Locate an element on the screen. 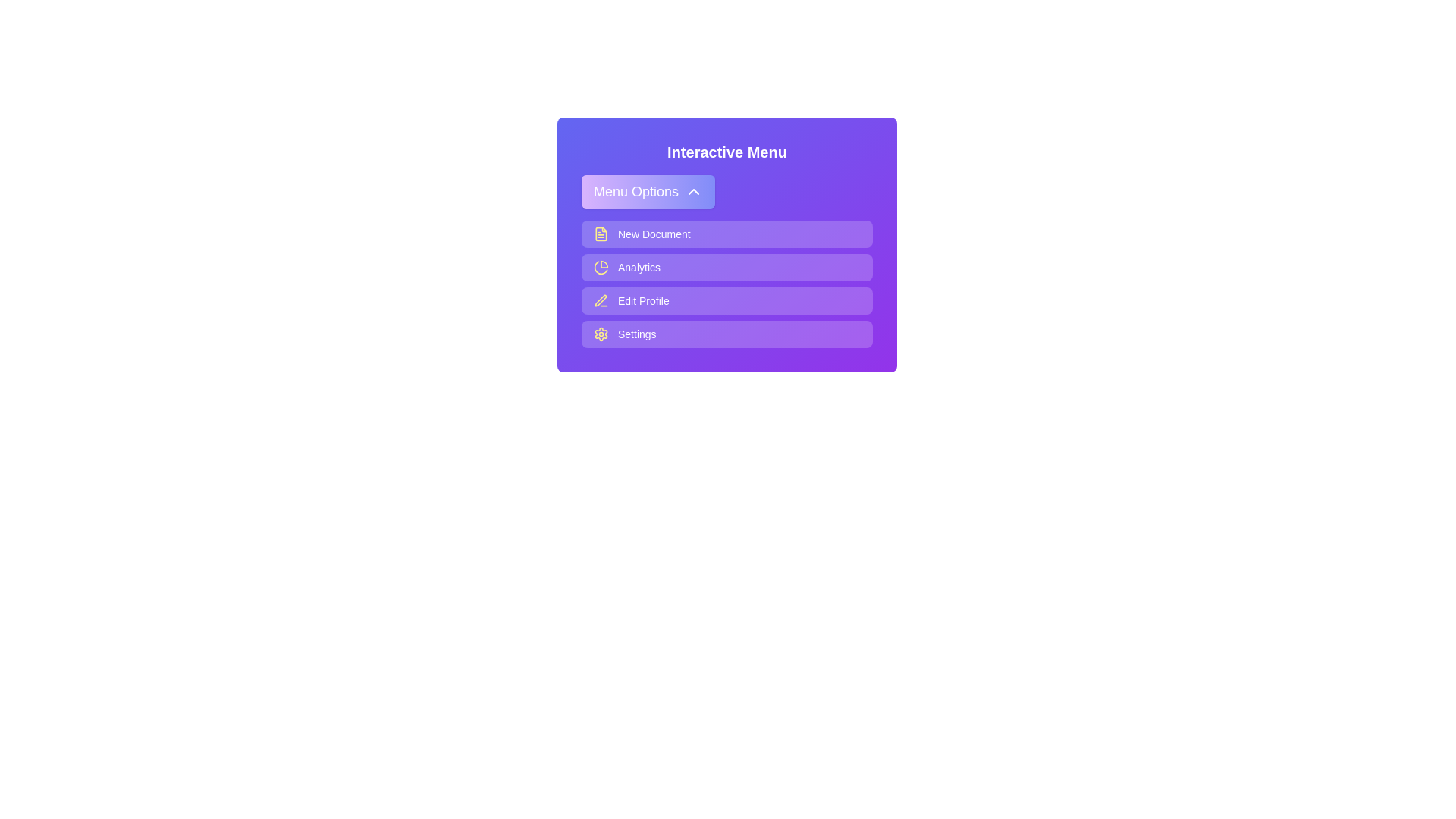 The image size is (1456, 819). the Decorative icon representing the 'New Document' menu option, which is located at the topmost entry of a vertical menu list is located at coordinates (600, 234).